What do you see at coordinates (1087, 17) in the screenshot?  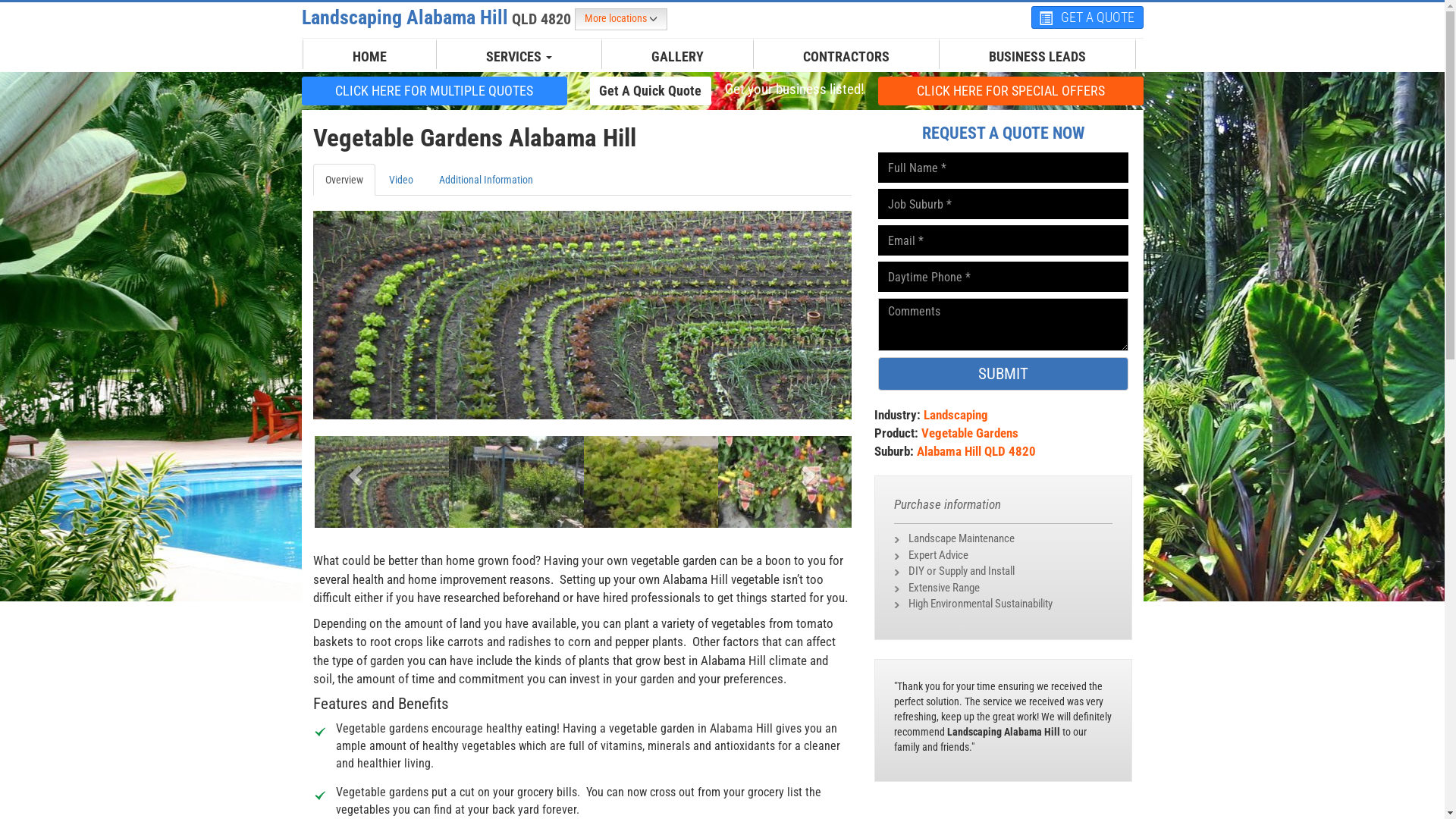 I see `'GET A QUOTE'` at bounding box center [1087, 17].